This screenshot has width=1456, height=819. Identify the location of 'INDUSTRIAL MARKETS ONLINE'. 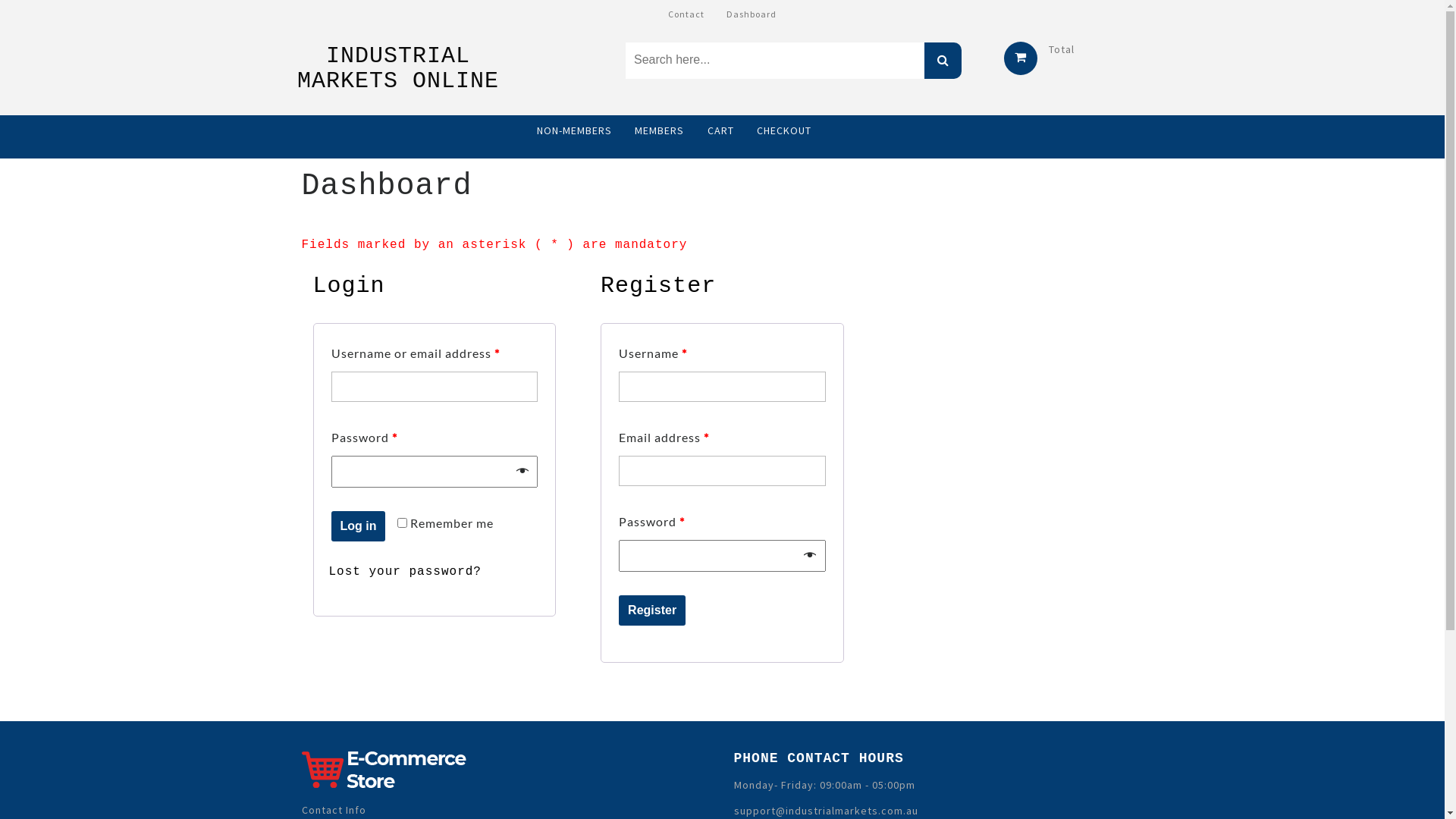
(297, 68).